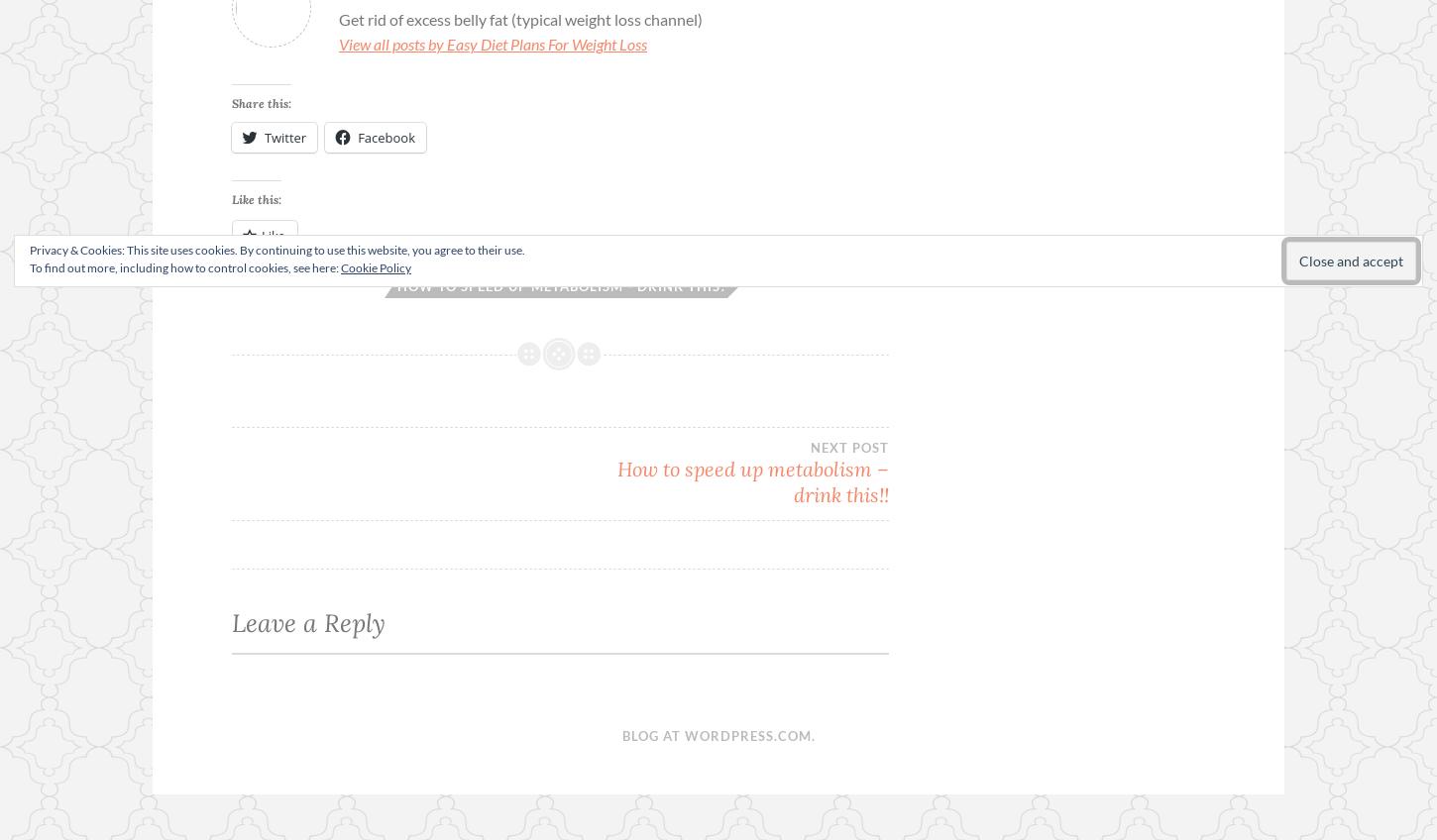 Image resolution: width=1437 pixels, height=840 pixels. What do you see at coordinates (358, 136) in the screenshot?
I see `'Facebook'` at bounding box center [358, 136].